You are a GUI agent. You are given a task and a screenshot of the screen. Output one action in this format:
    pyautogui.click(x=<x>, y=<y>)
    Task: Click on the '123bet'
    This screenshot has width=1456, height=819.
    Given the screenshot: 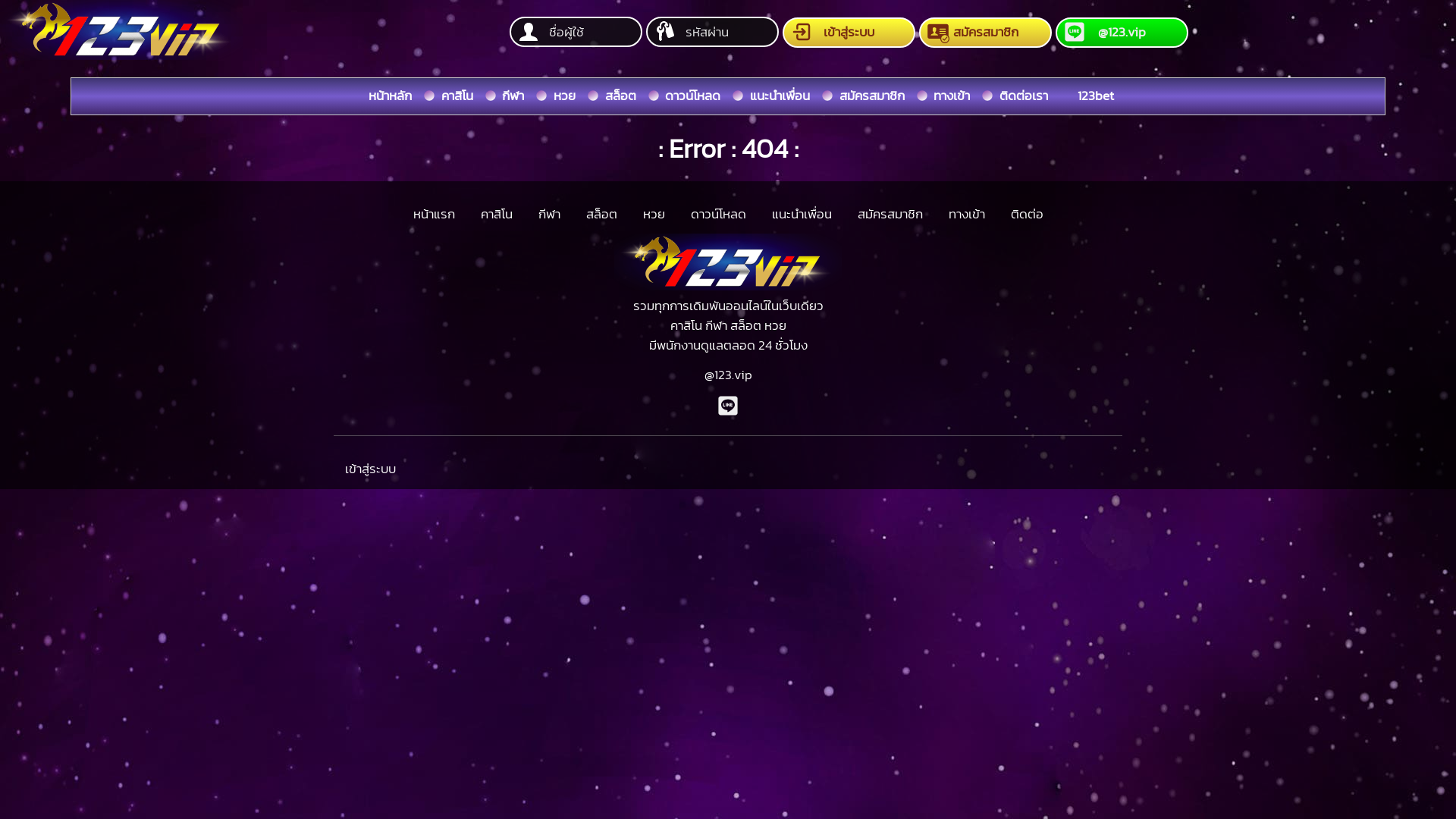 What is the action you would take?
    pyautogui.click(x=1095, y=96)
    